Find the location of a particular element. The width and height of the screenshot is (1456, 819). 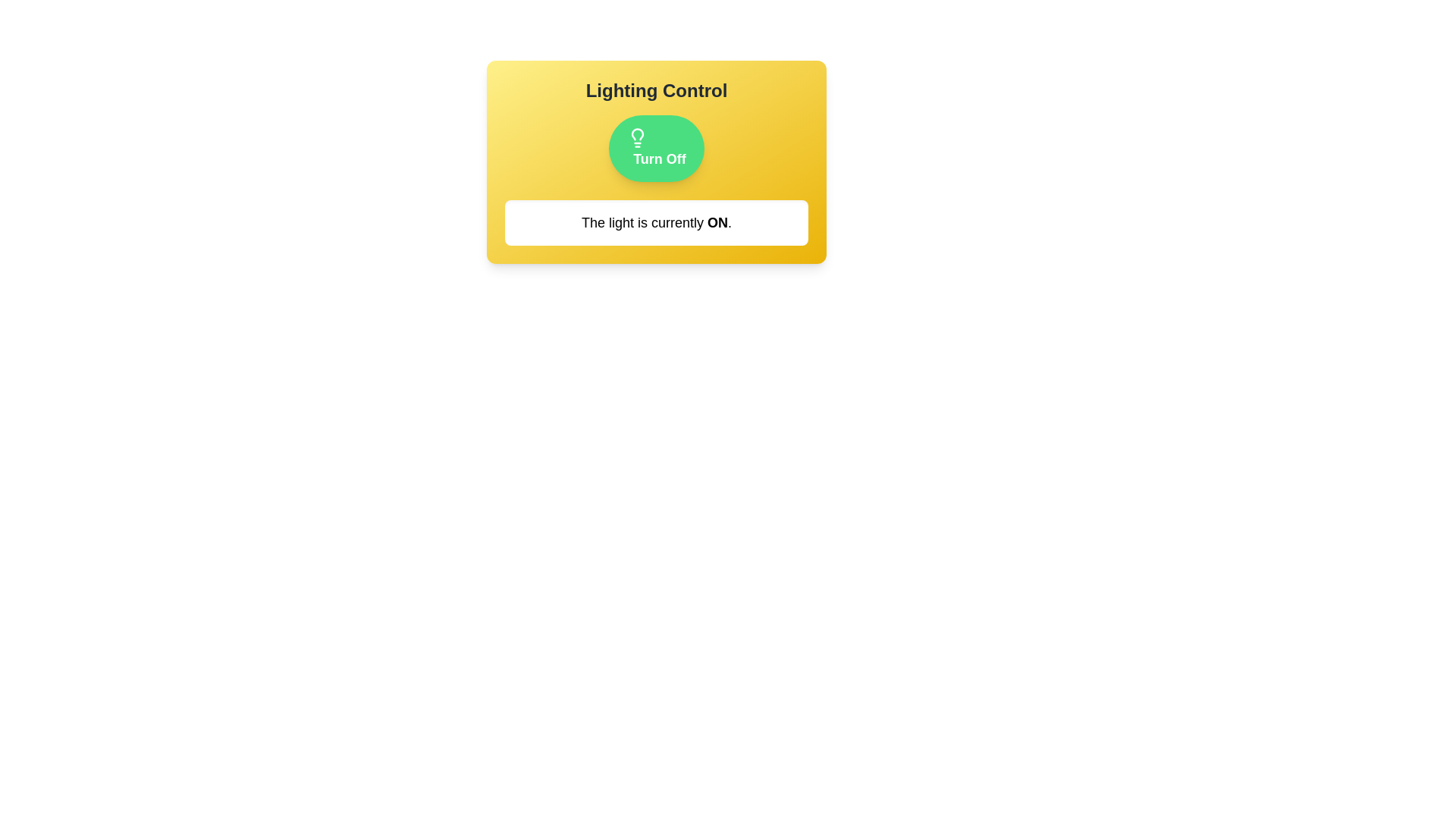

the text displayed below the button to determine the current light status is located at coordinates (656, 222).